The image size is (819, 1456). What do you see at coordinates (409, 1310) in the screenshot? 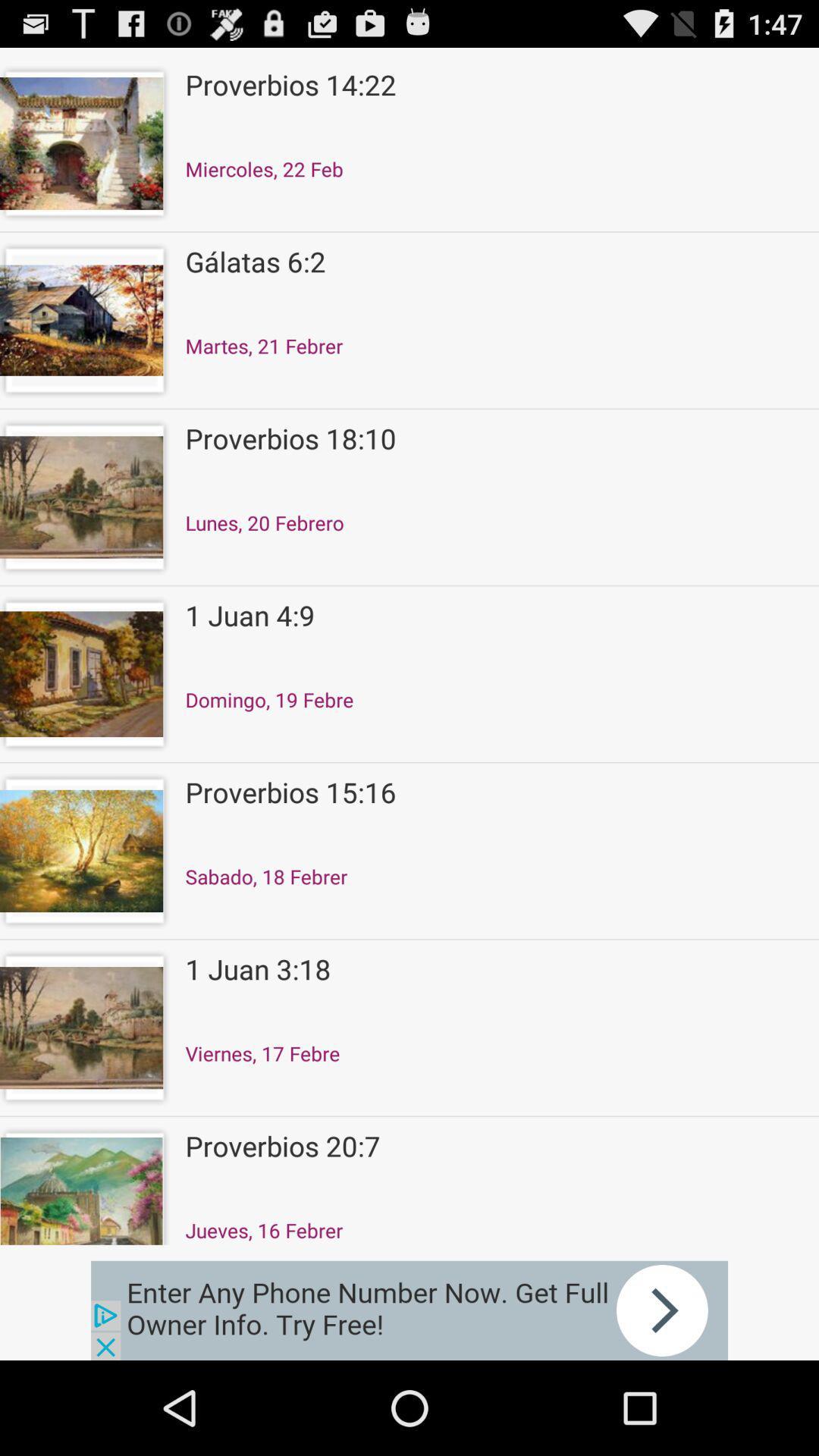
I see `advertisement banner` at bounding box center [409, 1310].